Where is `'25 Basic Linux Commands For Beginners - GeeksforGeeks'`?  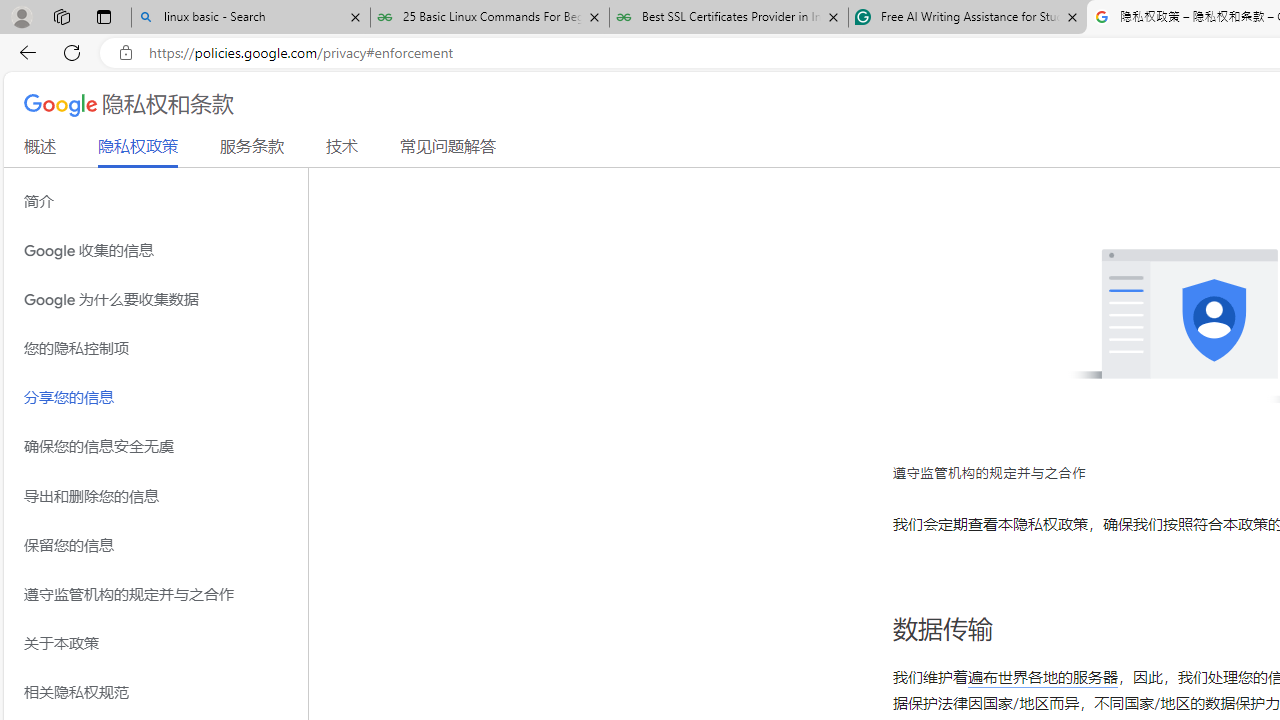
'25 Basic Linux Commands For Beginners - GeeksforGeeks' is located at coordinates (490, 17).